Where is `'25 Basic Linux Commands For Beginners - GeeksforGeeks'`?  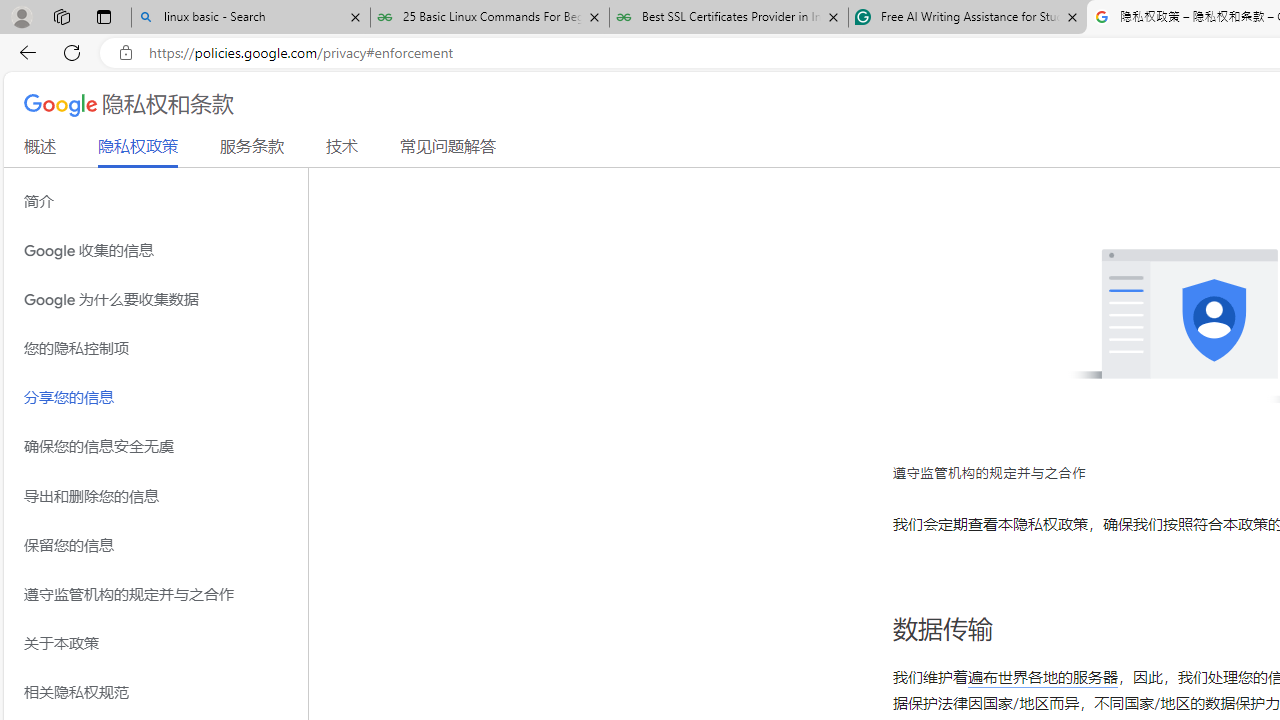
'25 Basic Linux Commands For Beginners - GeeksforGeeks' is located at coordinates (490, 17).